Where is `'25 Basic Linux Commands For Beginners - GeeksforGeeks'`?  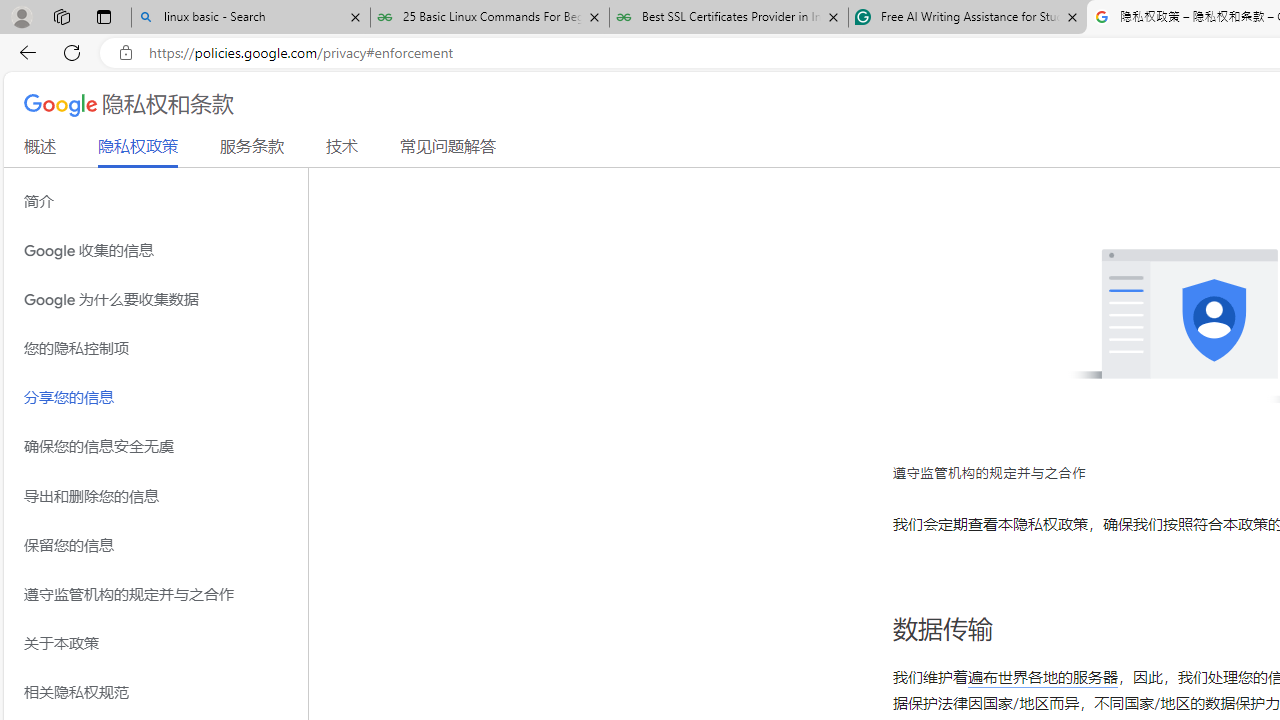
'25 Basic Linux Commands For Beginners - GeeksforGeeks' is located at coordinates (490, 17).